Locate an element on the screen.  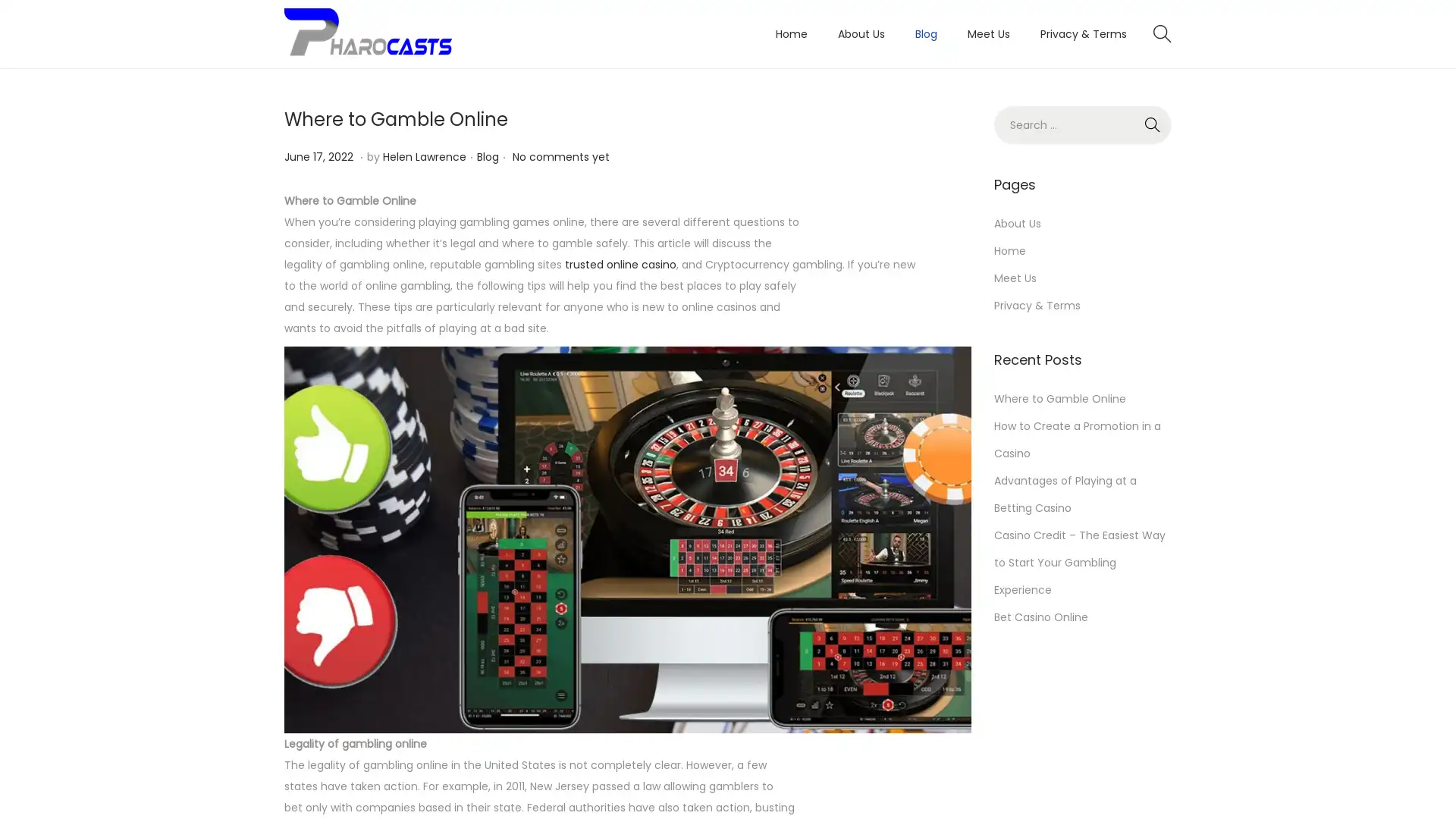
Search is located at coordinates (1153, 124).